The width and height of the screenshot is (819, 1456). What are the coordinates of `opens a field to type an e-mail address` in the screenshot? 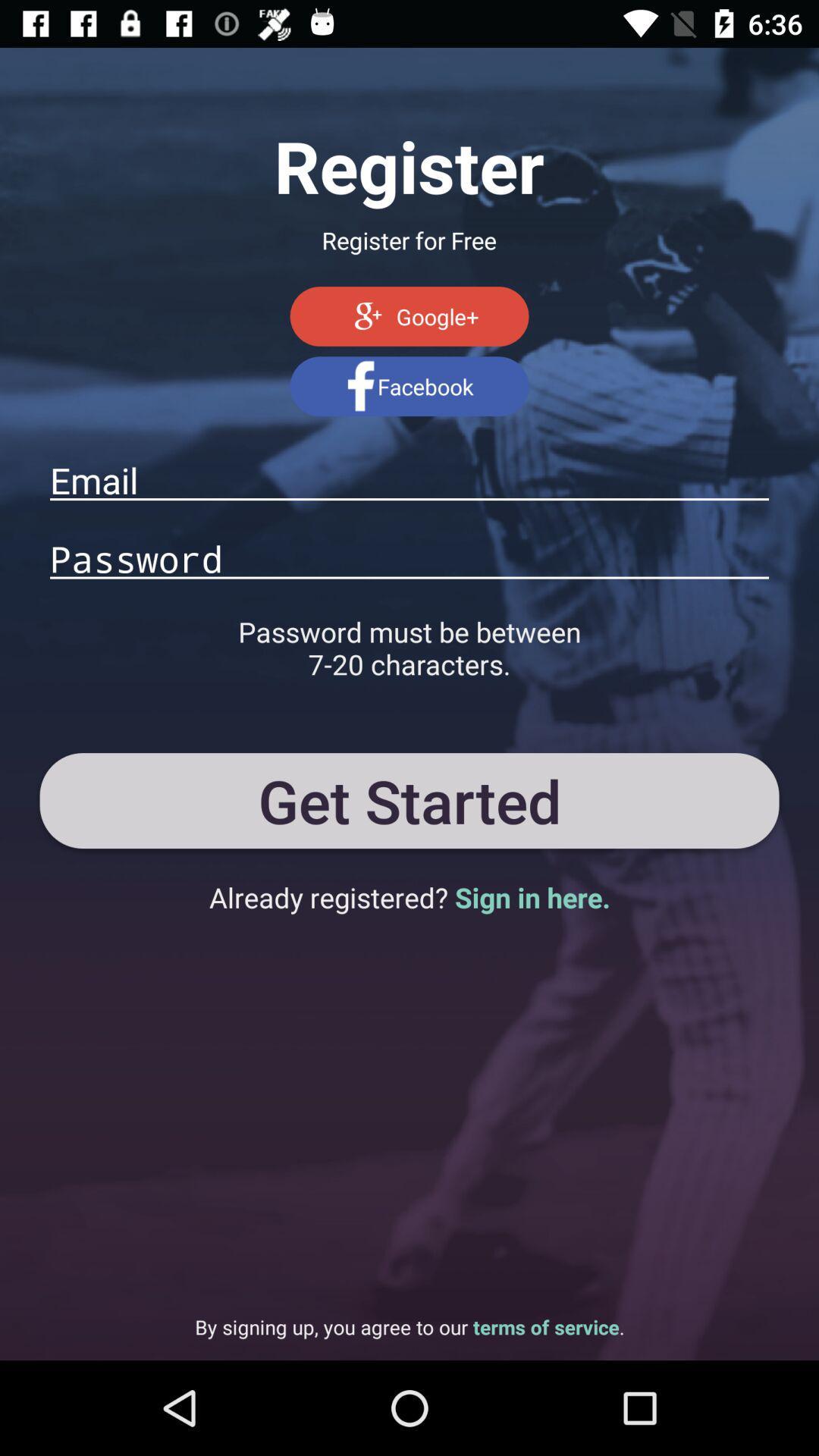 It's located at (409, 479).